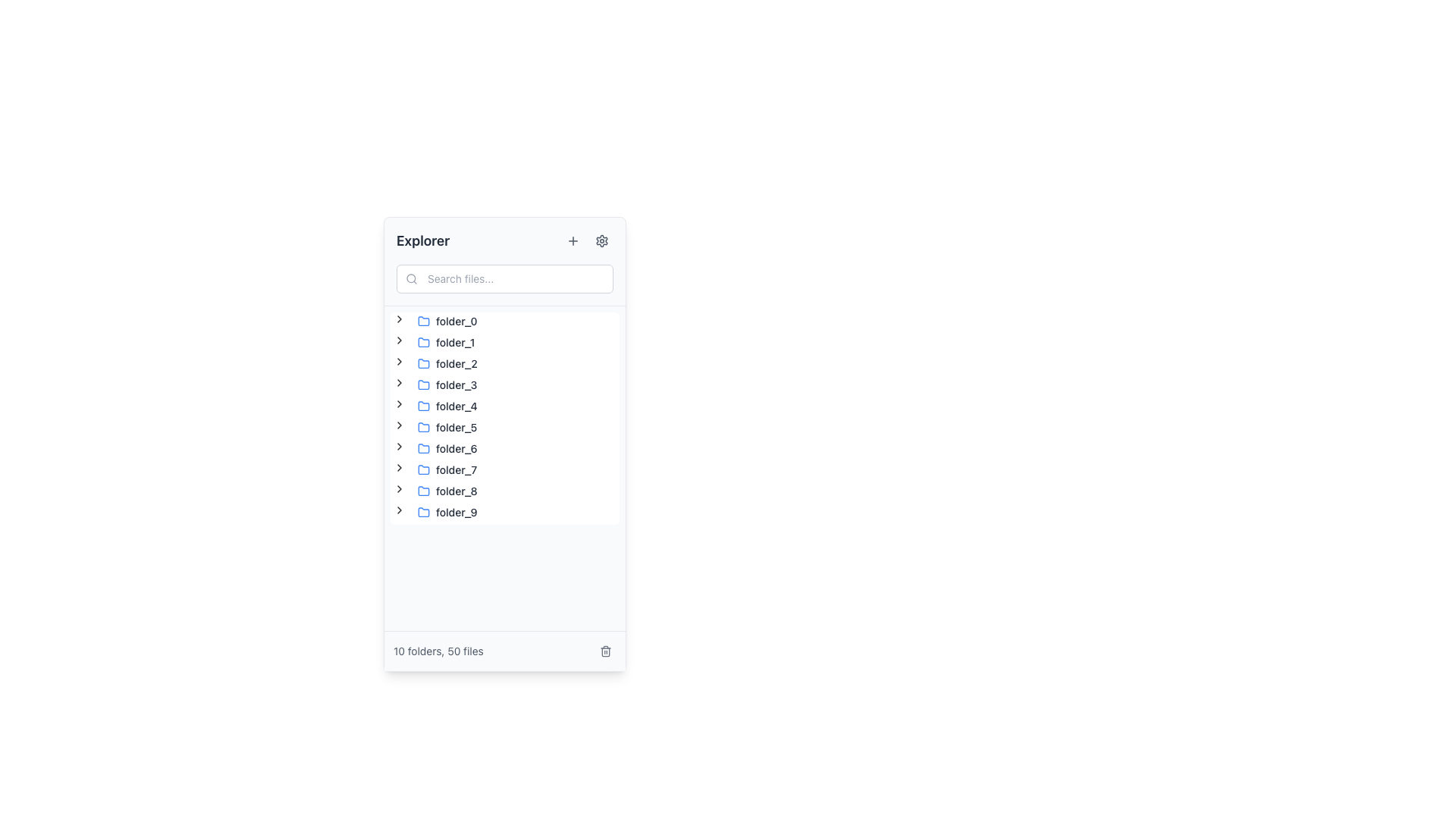 The height and width of the screenshot is (819, 1456). I want to click on the tree node labeled 'folder_1', so click(445, 342).